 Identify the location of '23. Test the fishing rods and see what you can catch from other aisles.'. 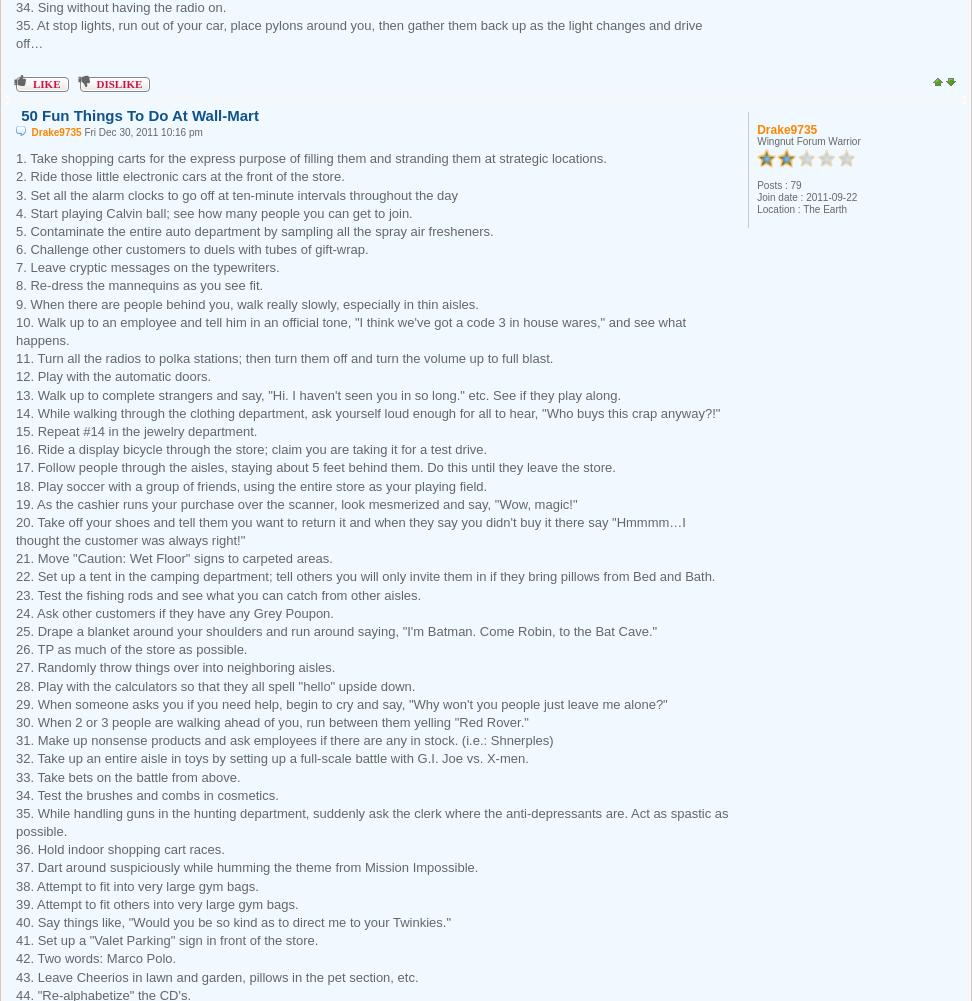
(16, 594).